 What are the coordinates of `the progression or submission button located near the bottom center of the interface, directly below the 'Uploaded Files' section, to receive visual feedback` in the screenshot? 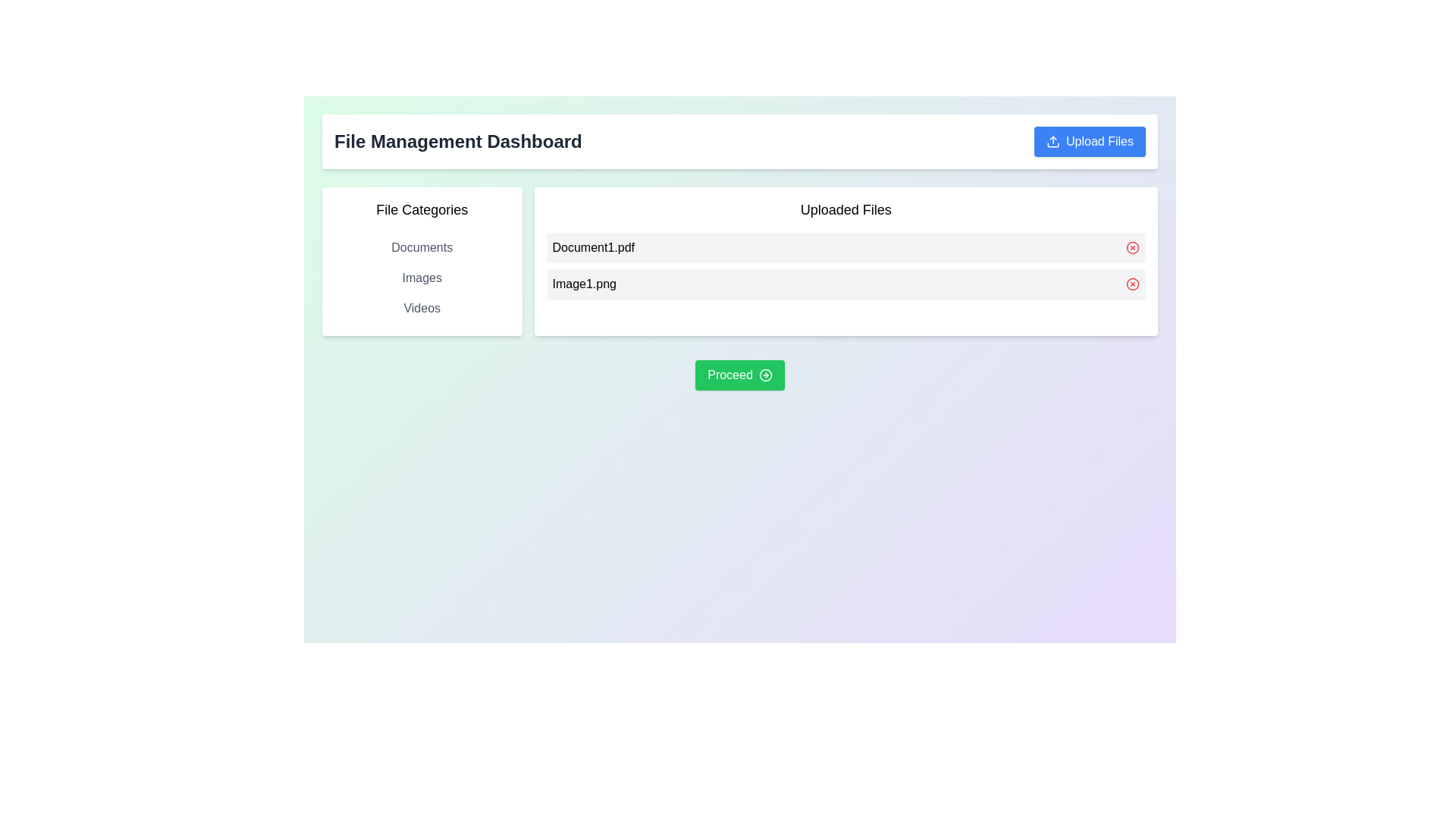 It's located at (739, 375).